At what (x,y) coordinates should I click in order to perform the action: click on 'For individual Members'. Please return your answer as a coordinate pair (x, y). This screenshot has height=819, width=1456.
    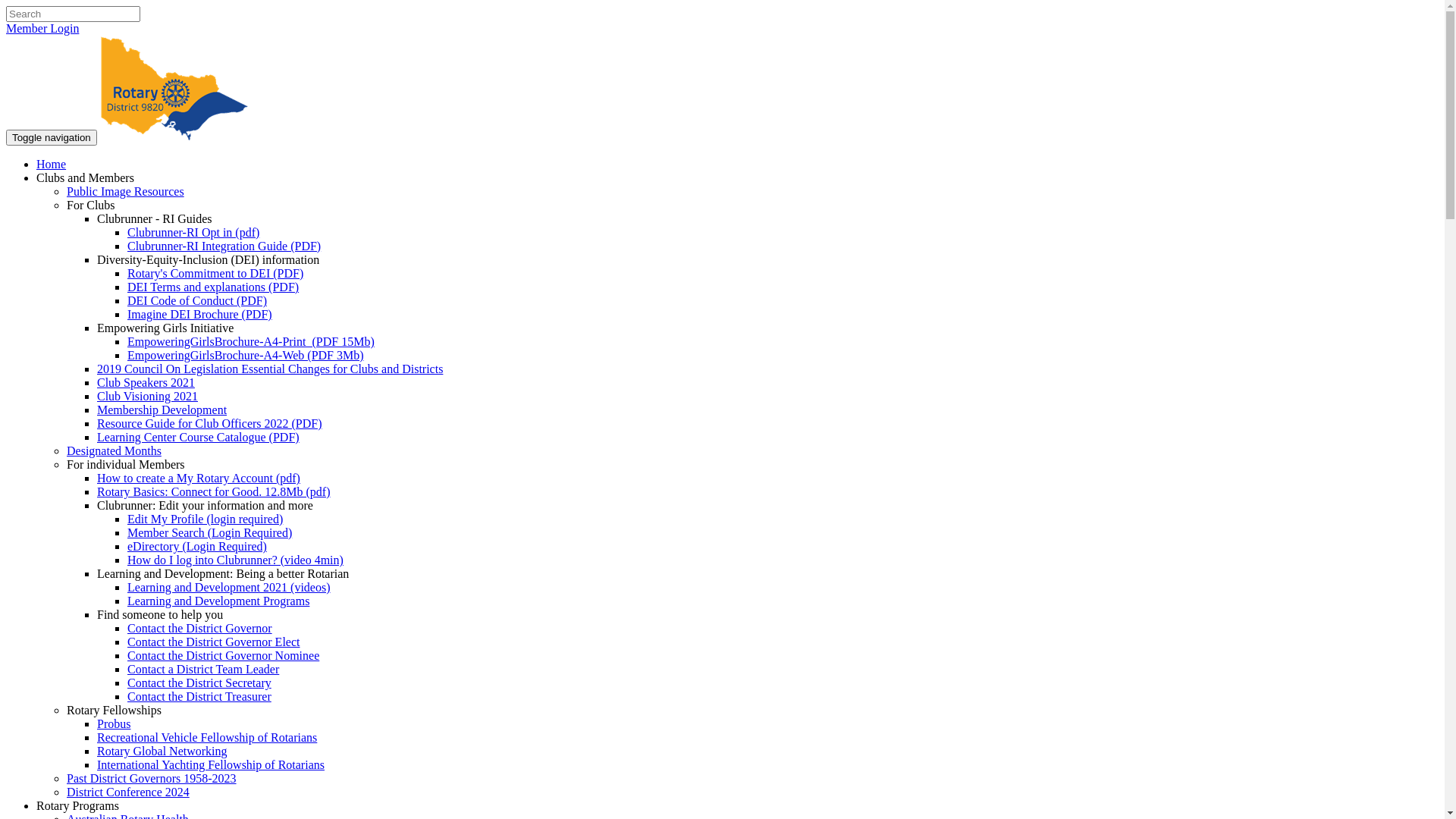
    Looking at the image, I should click on (65, 463).